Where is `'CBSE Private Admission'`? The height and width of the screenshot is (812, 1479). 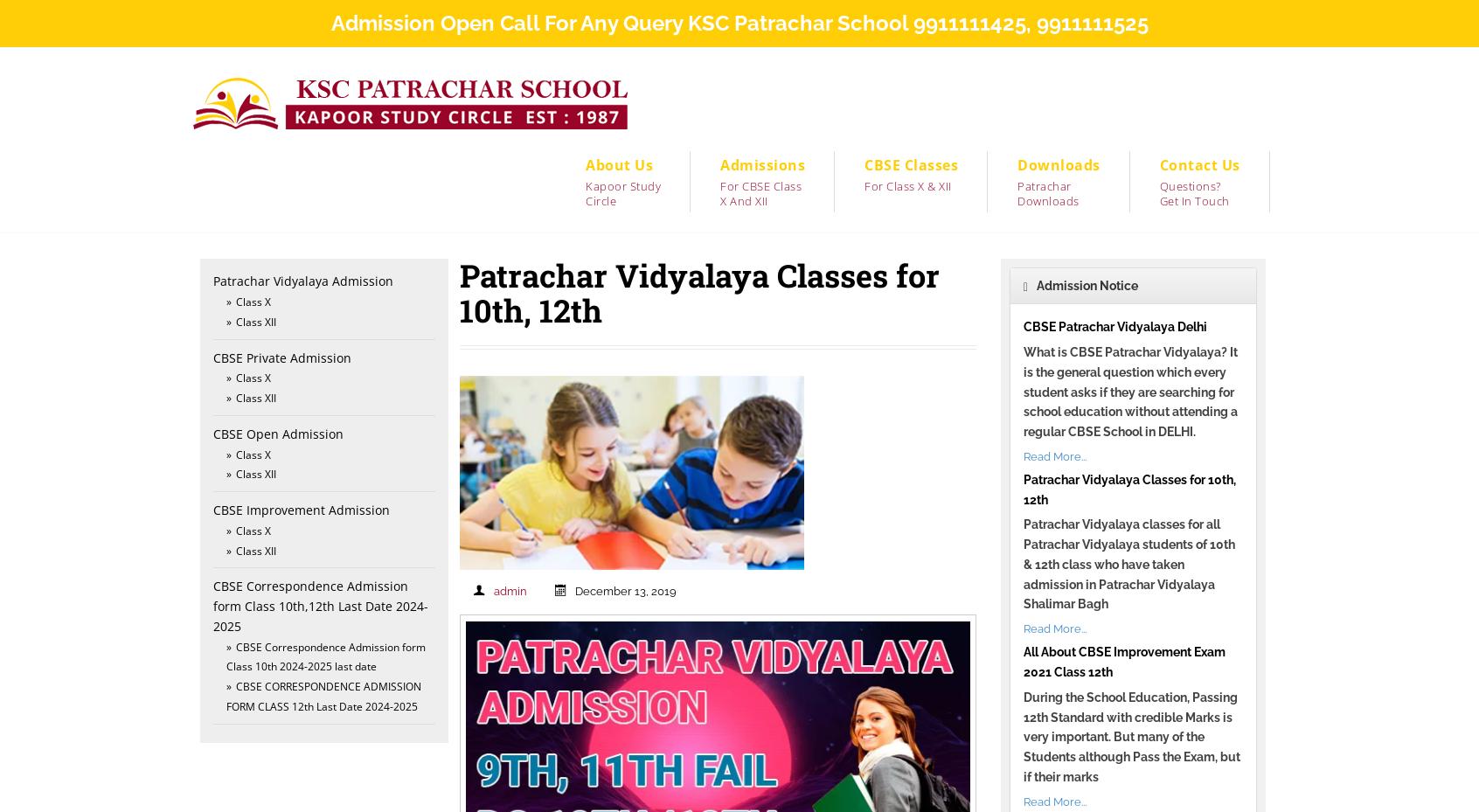
'CBSE Private Admission' is located at coordinates (281, 356).